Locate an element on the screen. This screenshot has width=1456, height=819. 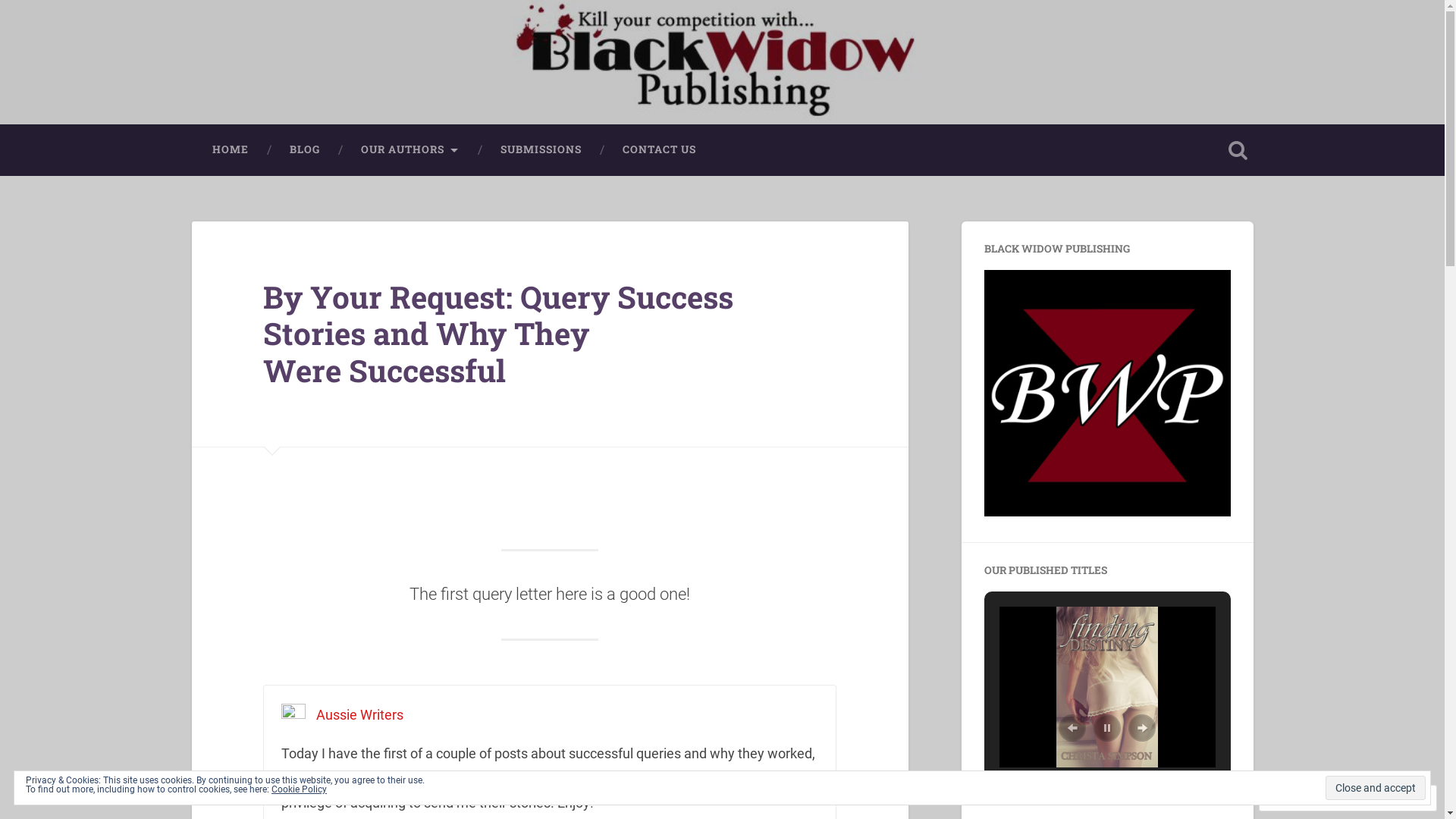
'Close and accept' is located at coordinates (1324, 786).